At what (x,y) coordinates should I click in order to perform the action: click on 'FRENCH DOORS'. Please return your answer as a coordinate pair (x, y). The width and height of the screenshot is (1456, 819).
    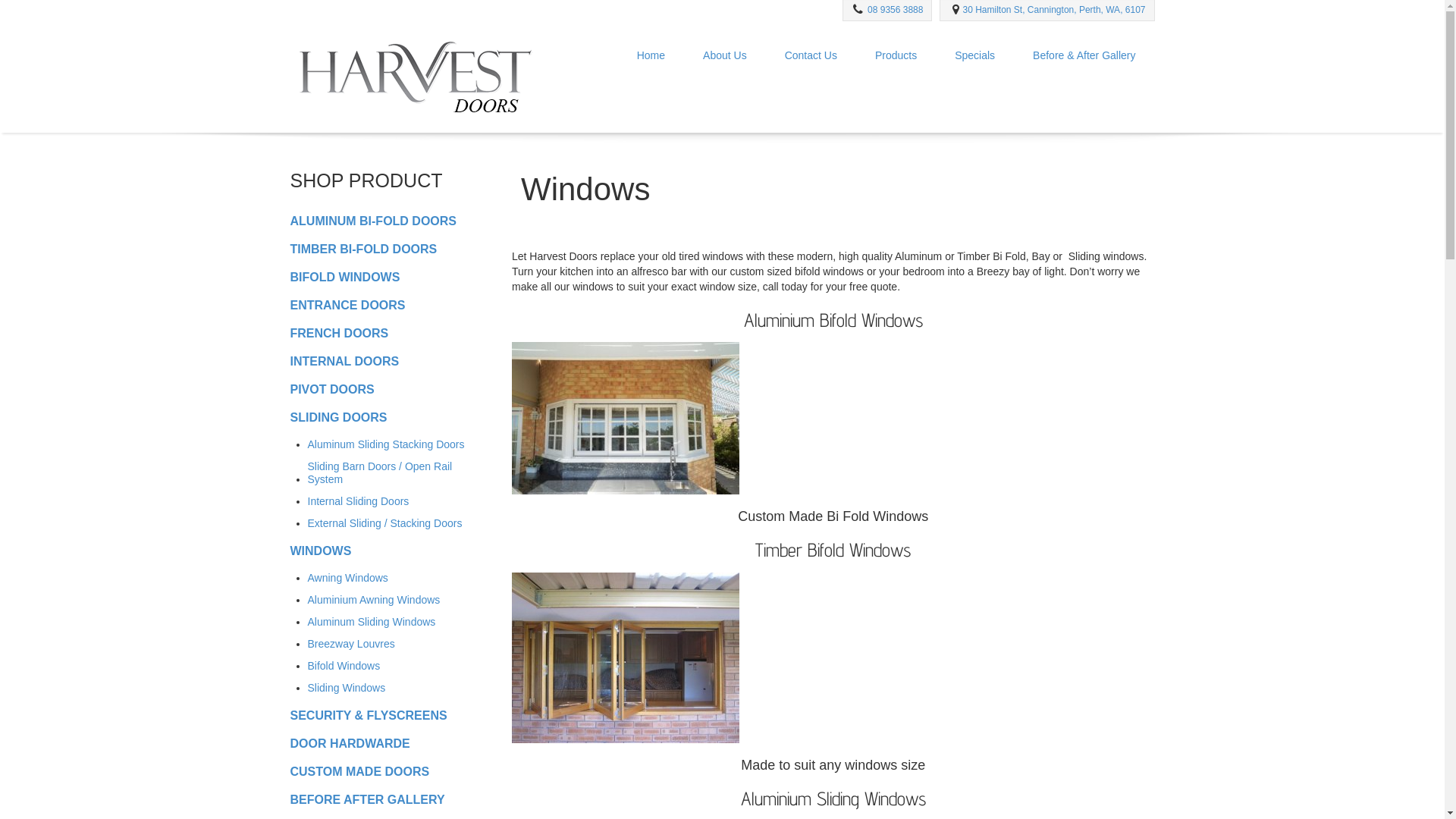
    Looking at the image, I should click on (337, 331).